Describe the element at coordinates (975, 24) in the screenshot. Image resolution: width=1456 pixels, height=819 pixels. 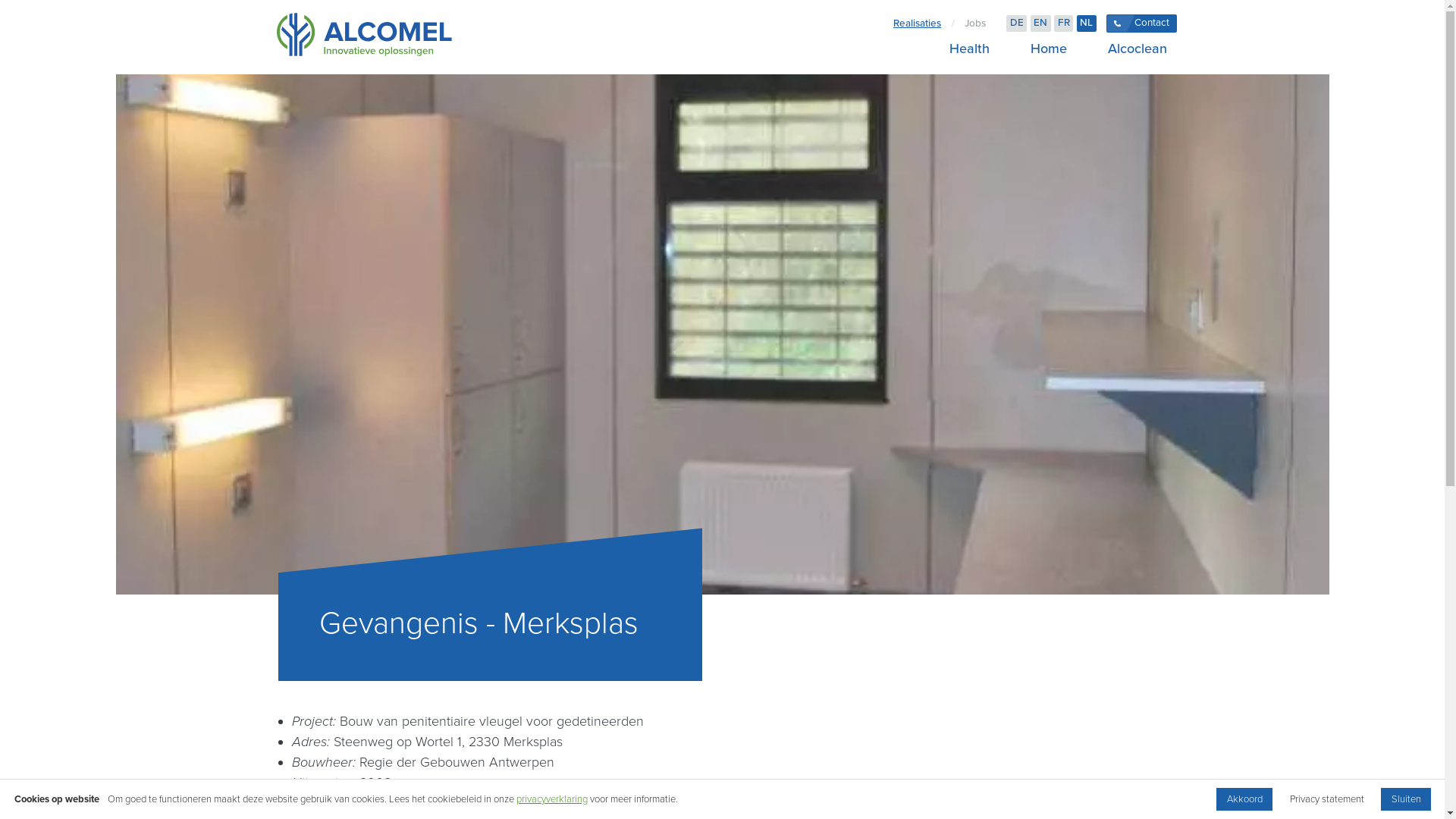
I see `'Jobs'` at that location.